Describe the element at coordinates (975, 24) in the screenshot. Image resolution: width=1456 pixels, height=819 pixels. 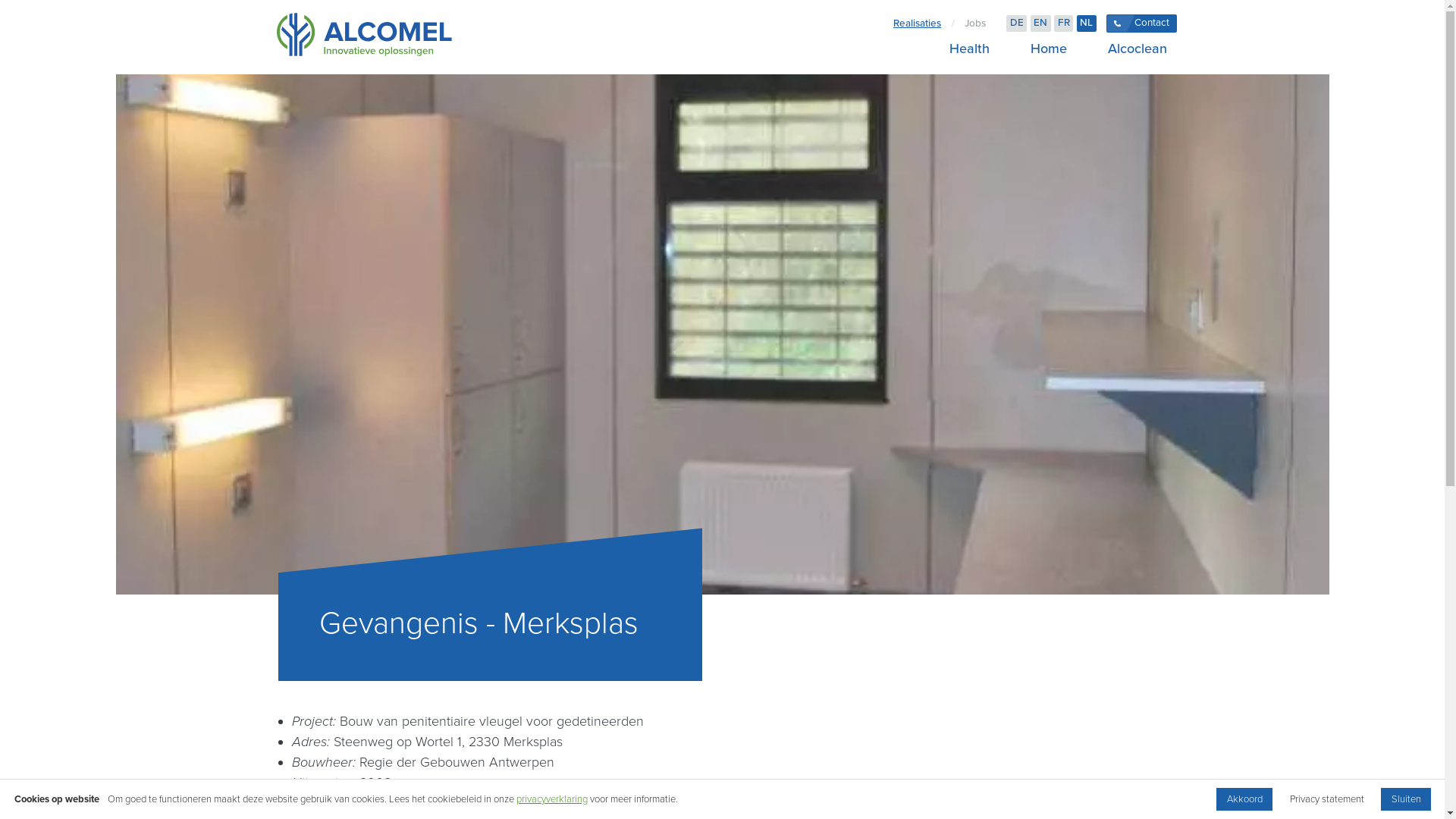
I see `'Jobs'` at that location.